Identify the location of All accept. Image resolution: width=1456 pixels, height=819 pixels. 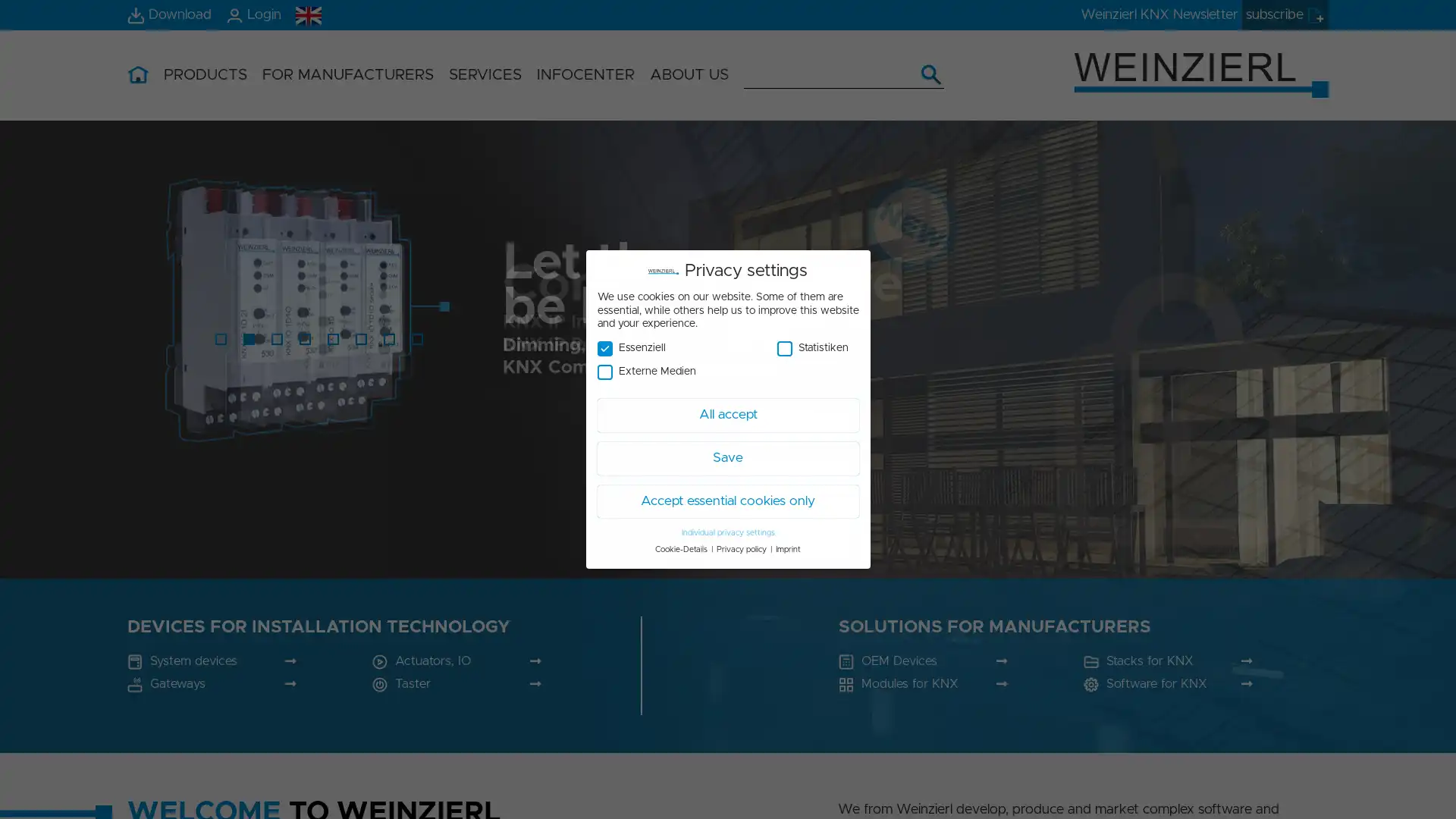
(679, 663).